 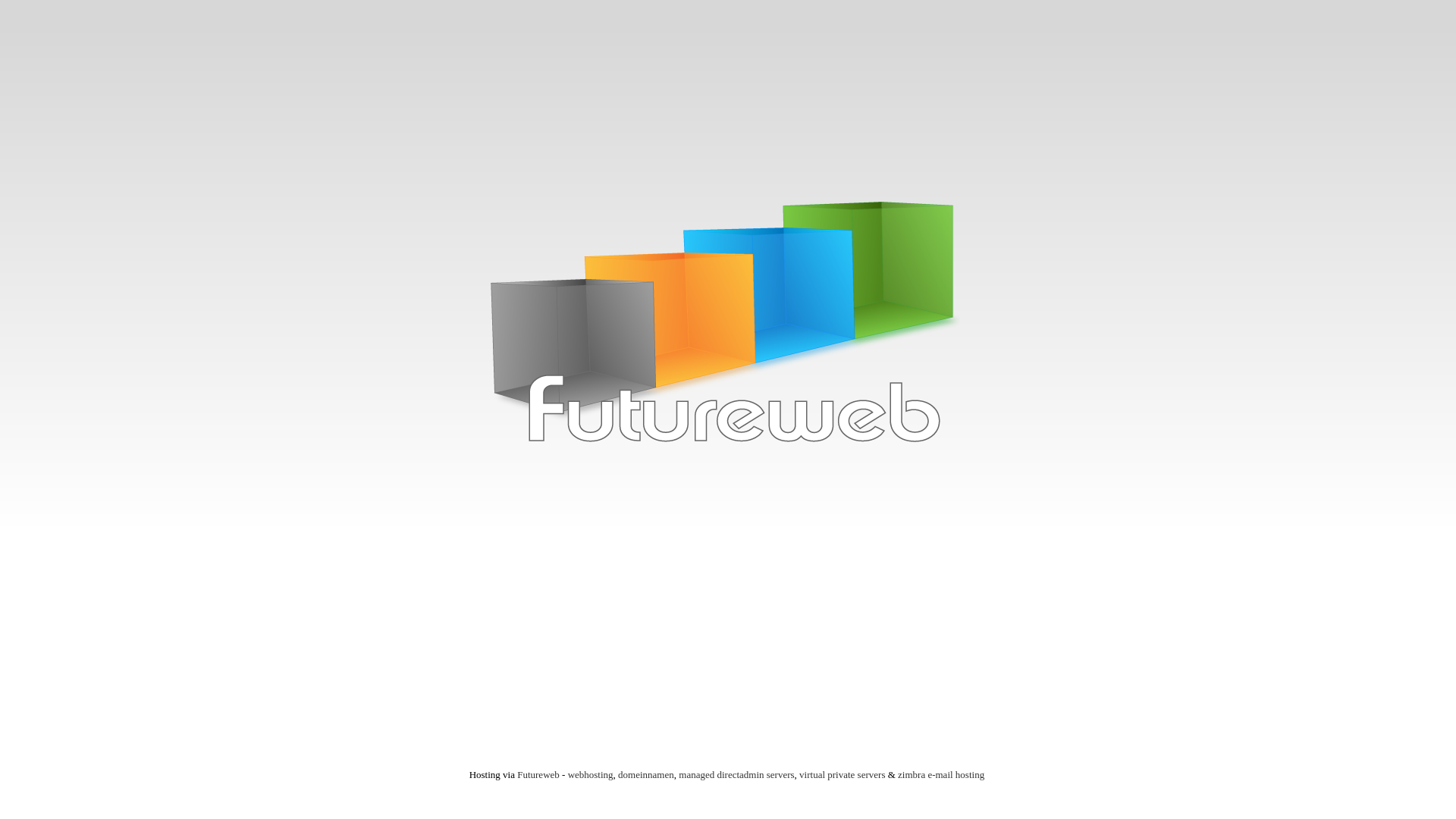 What do you see at coordinates (841, 774) in the screenshot?
I see `'virtual private servers'` at bounding box center [841, 774].